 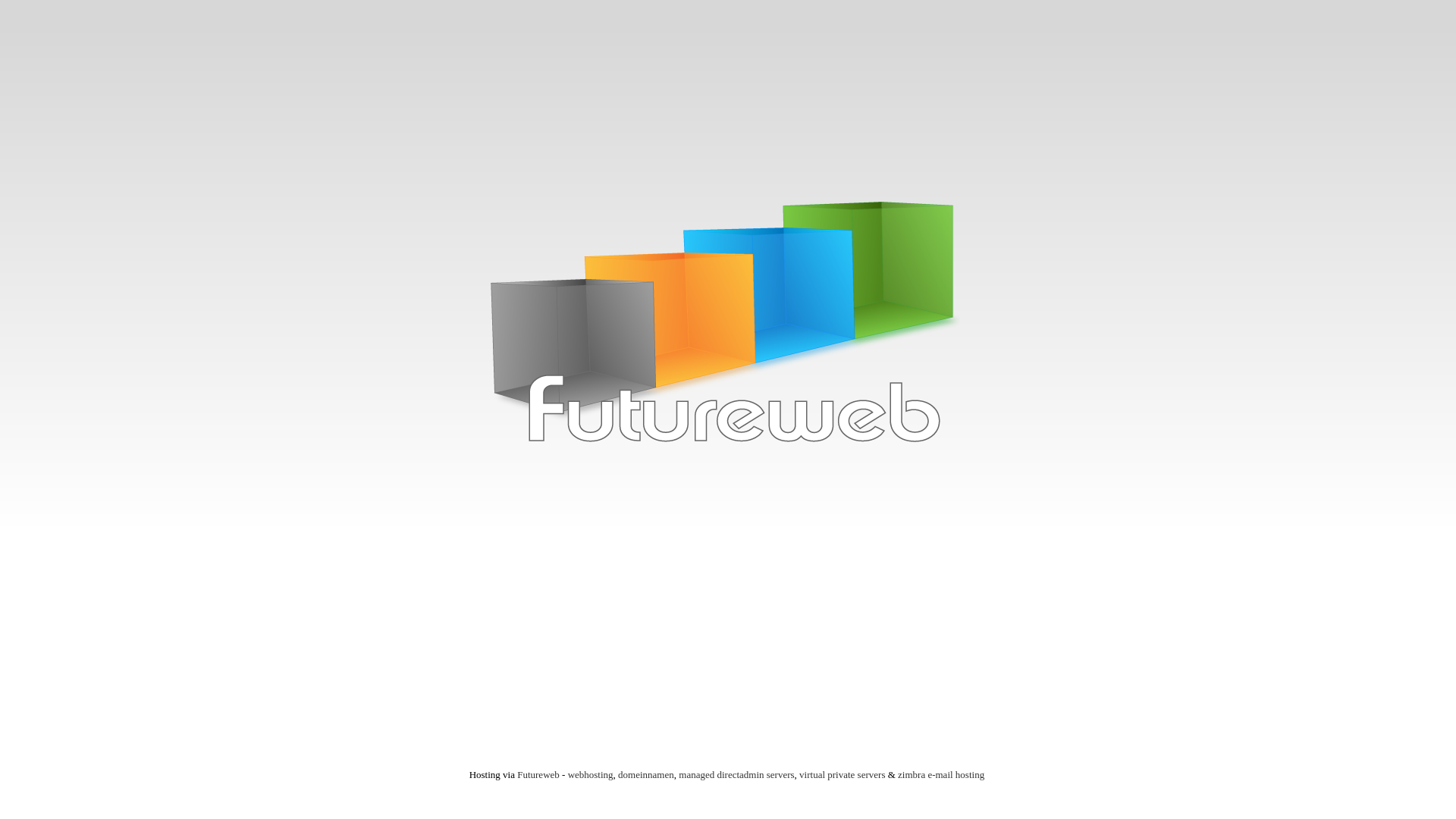 What do you see at coordinates (841, 774) in the screenshot?
I see `'virtual private servers'` at bounding box center [841, 774].